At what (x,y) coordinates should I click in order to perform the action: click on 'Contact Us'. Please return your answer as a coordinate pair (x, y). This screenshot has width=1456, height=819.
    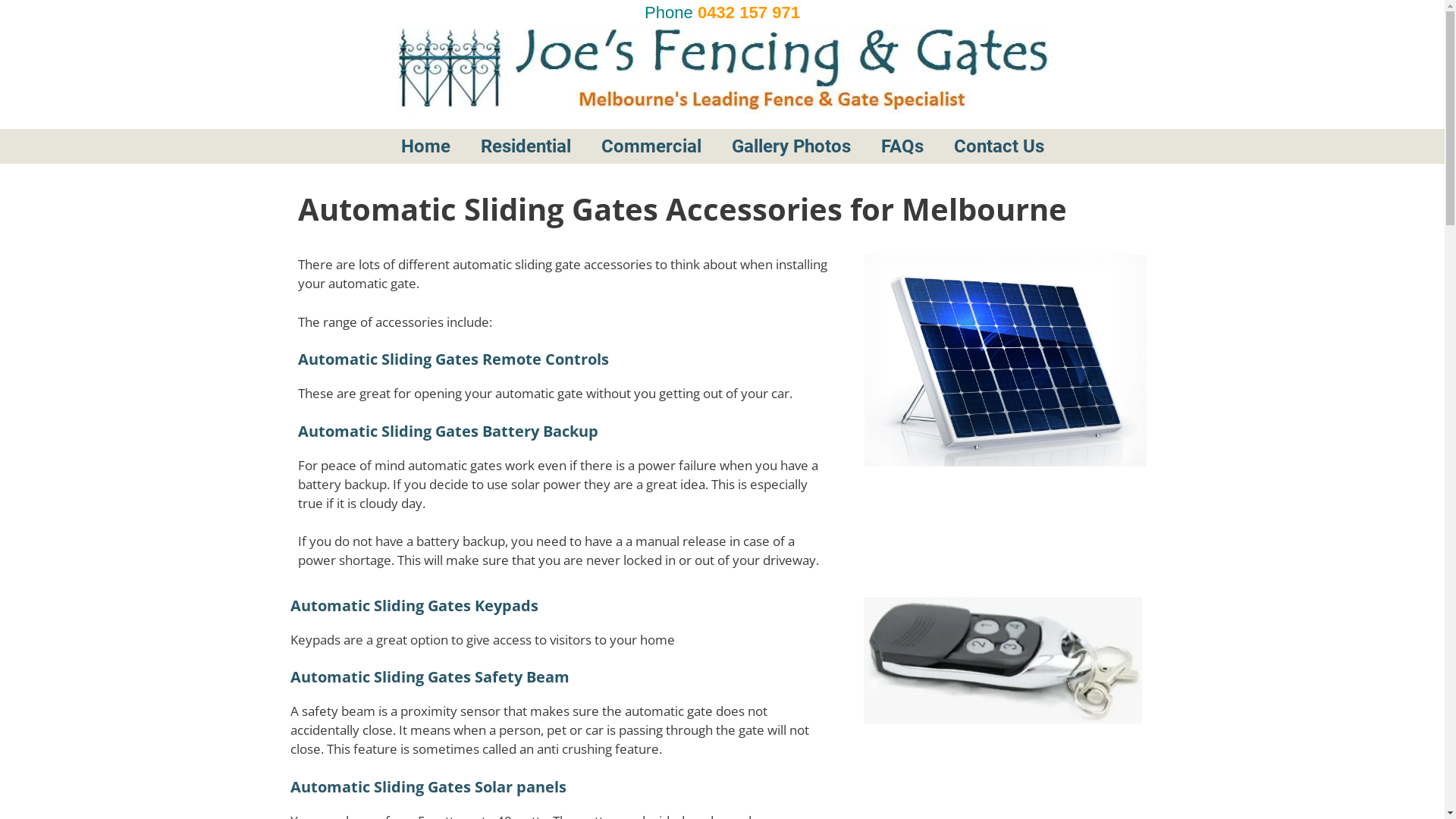
    Looking at the image, I should click on (1030, 146).